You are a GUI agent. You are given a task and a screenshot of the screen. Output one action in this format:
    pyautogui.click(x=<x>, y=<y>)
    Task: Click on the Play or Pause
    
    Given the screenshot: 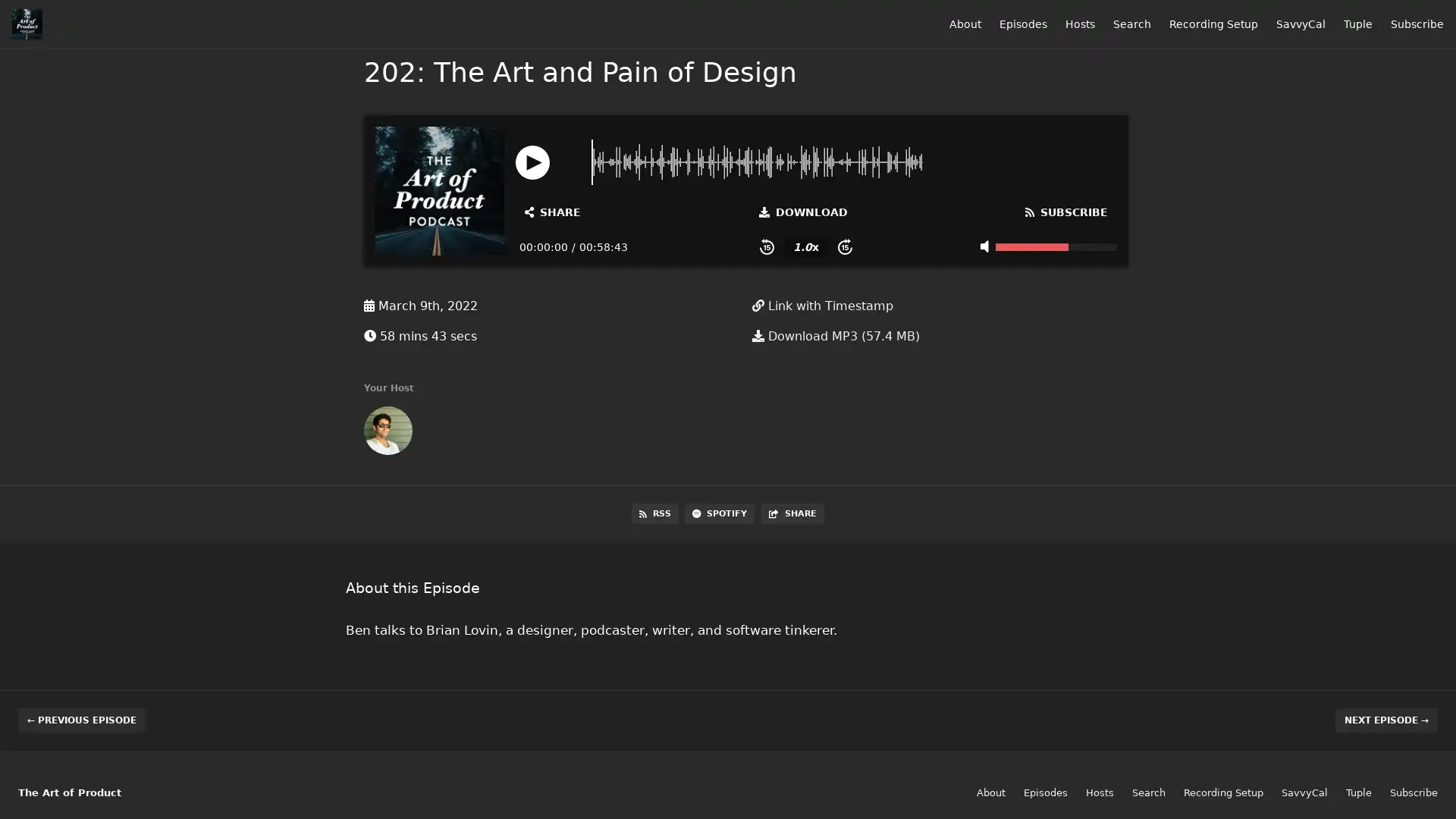 What is the action you would take?
    pyautogui.click(x=532, y=162)
    